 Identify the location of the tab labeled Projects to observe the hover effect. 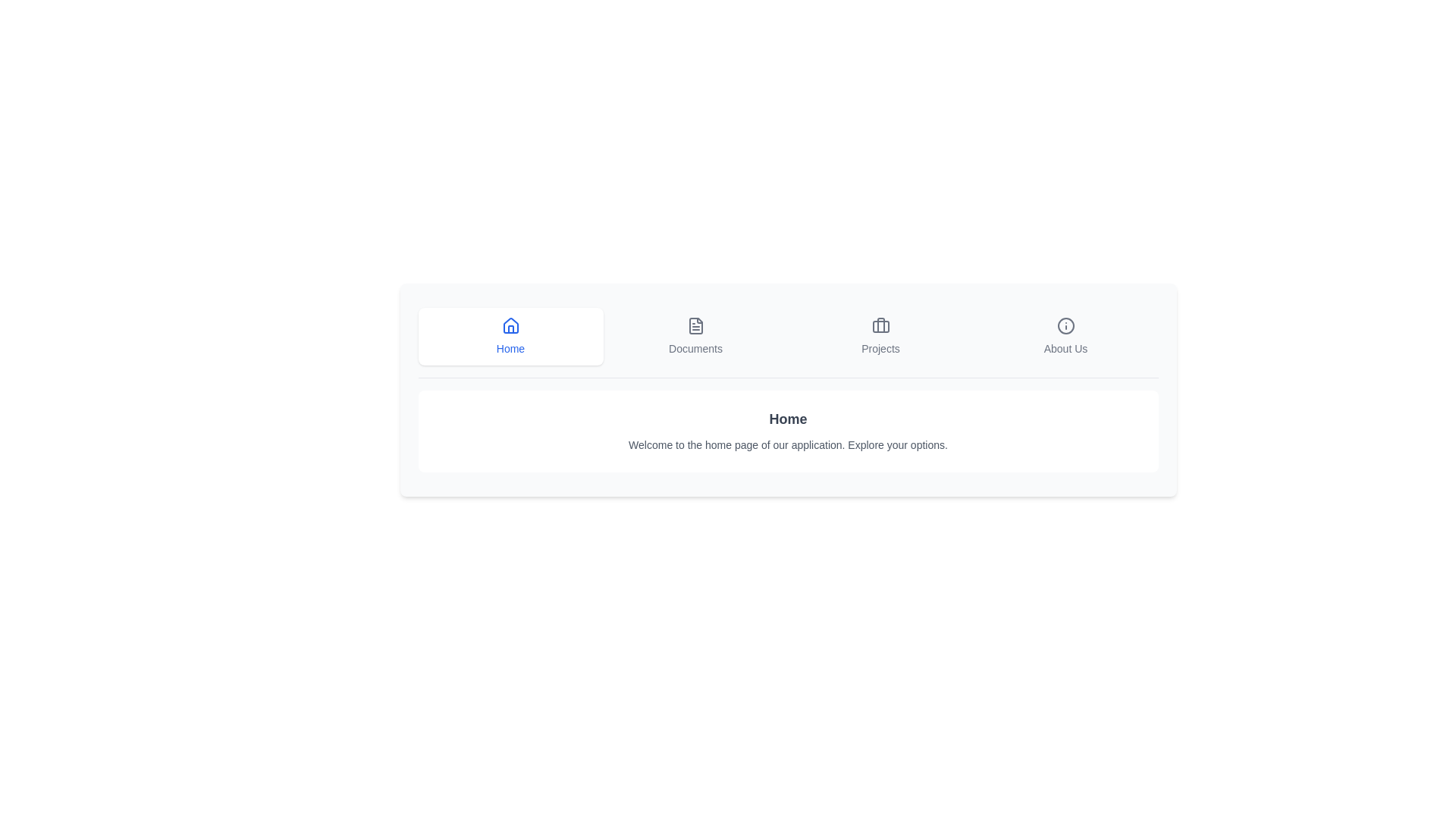
(880, 335).